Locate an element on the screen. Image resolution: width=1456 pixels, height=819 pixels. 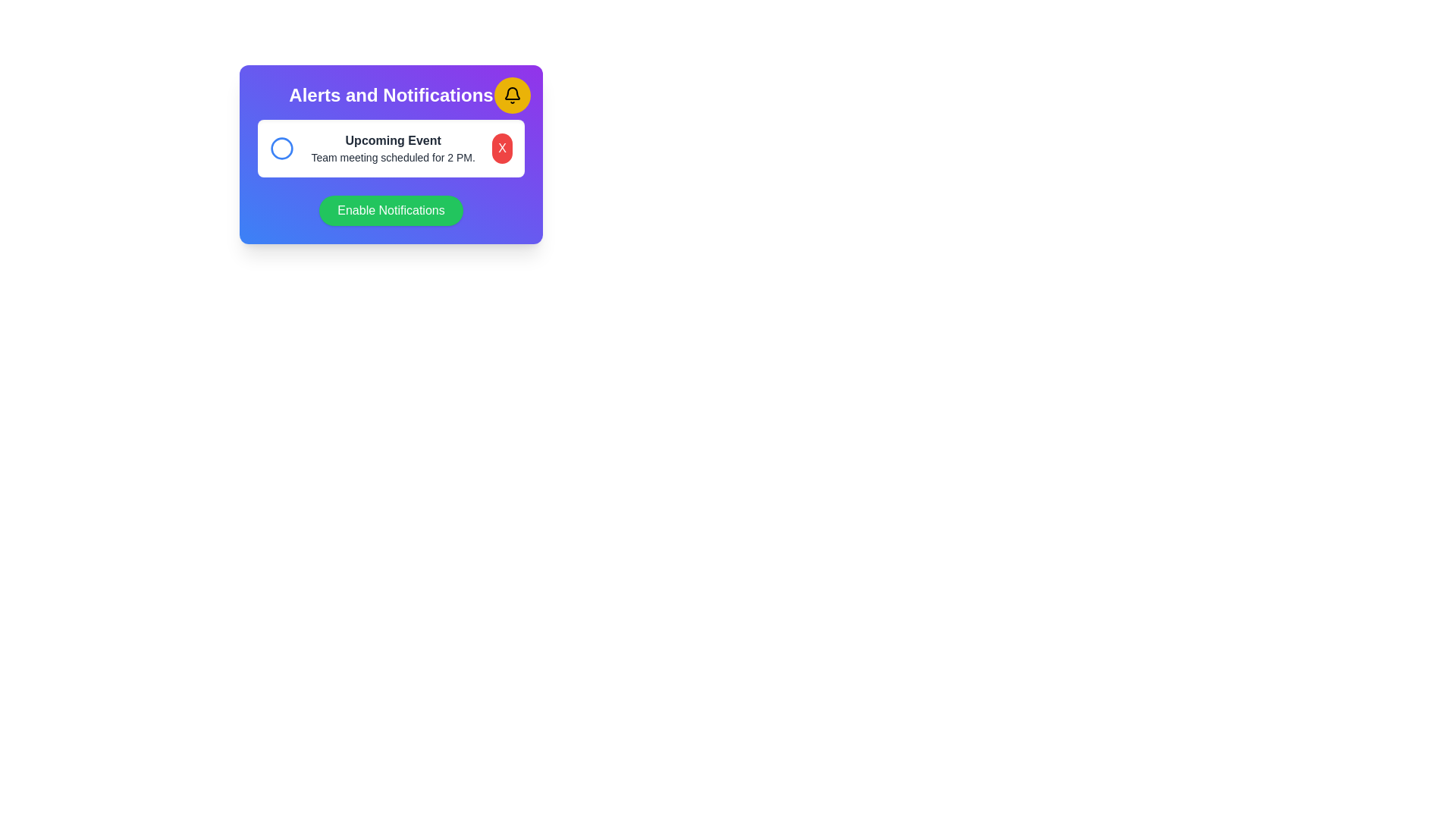
the static text element that reads 'Team meeting scheduled for 2 PM.' which is located below 'Upcoming Event' in the 'Alerts and Notifications' card is located at coordinates (393, 158).